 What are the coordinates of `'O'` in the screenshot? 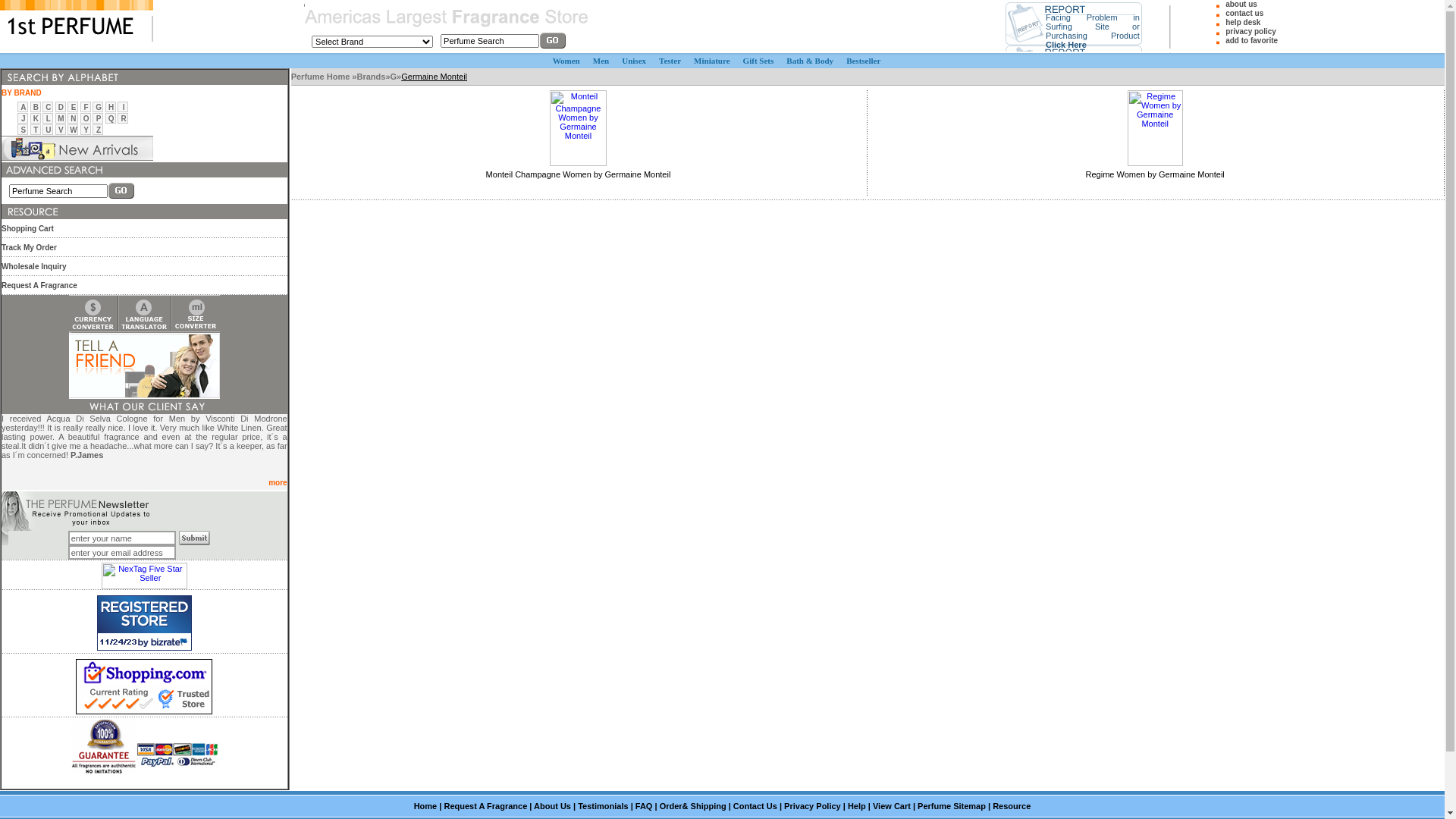 It's located at (86, 117).